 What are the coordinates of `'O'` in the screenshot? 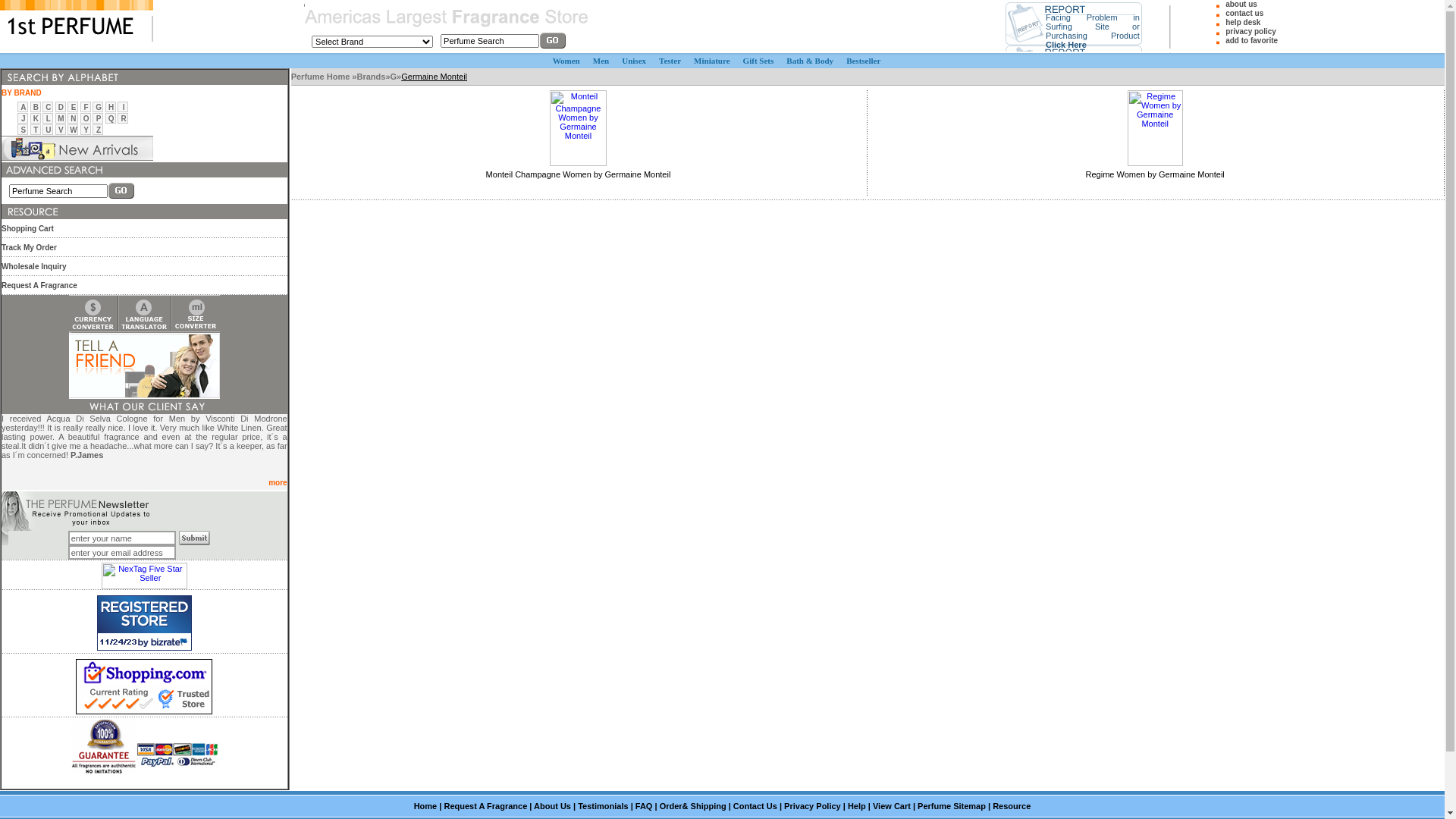 It's located at (86, 117).